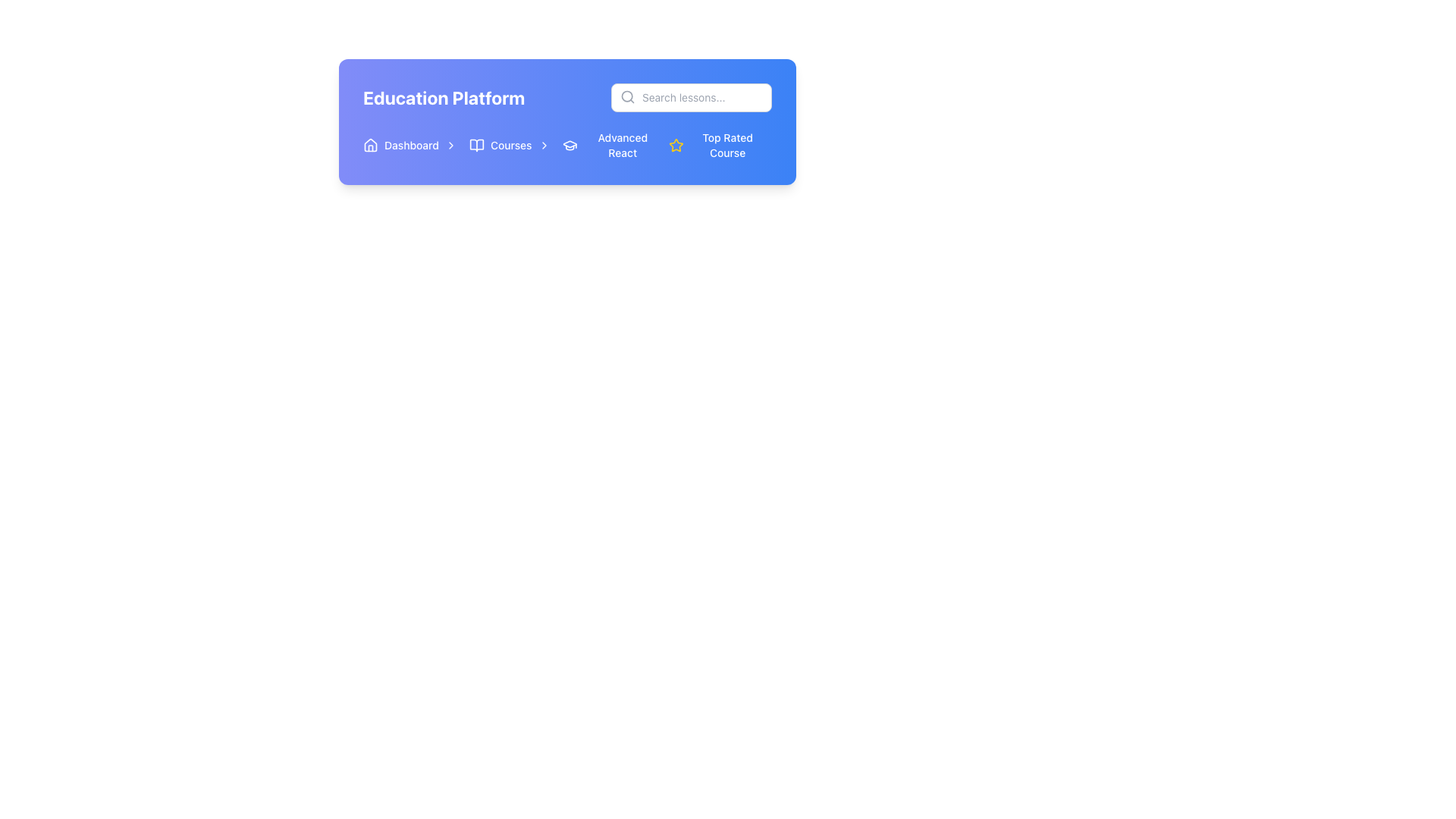  What do you see at coordinates (612, 146) in the screenshot?
I see `the text label with an icon in the navigation bar that serves as a link to the 'Advanced React' course` at bounding box center [612, 146].